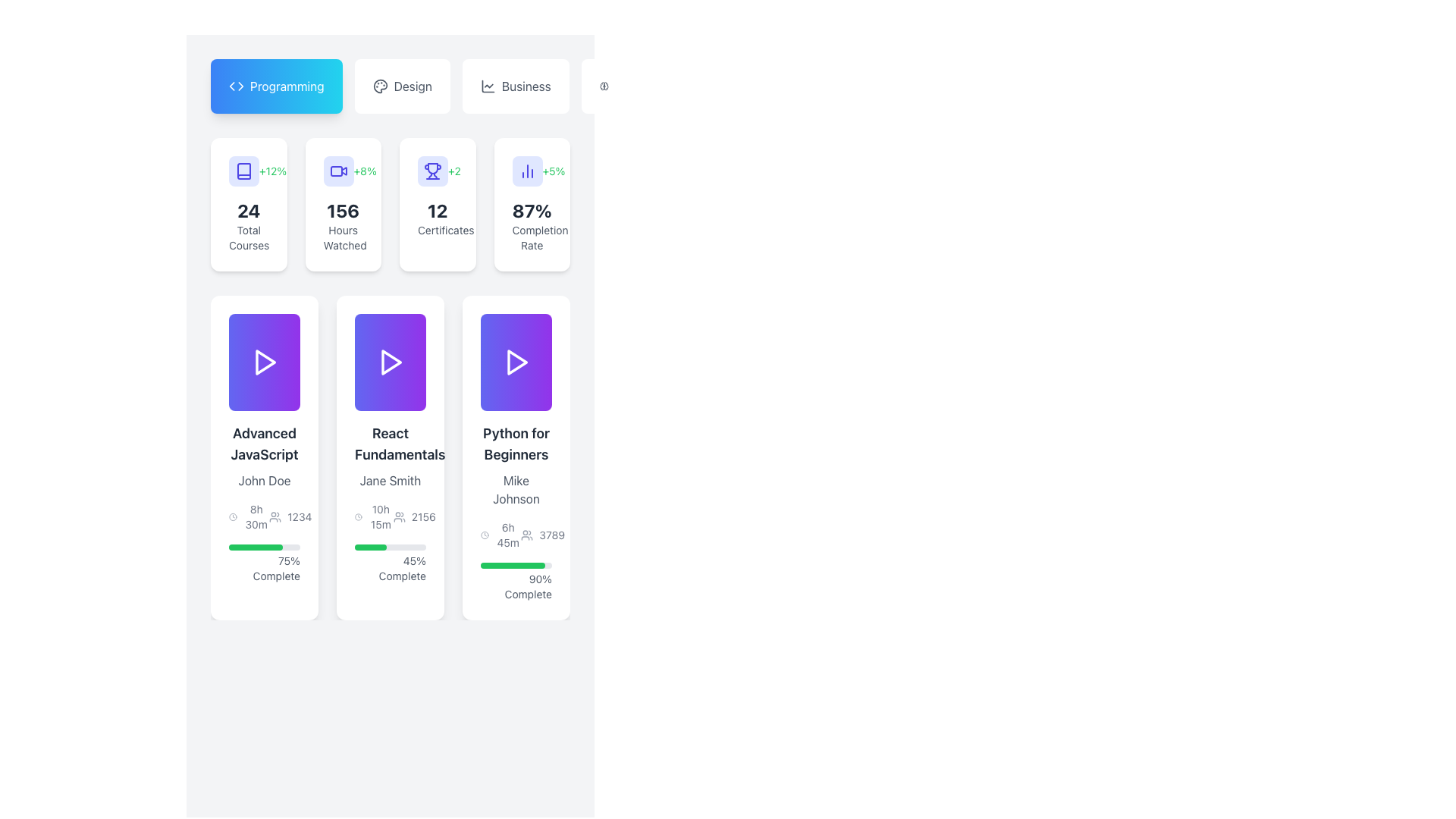  Describe the element at coordinates (243, 171) in the screenshot. I see `the small book icon in the upper-left region of the interface` at that location.